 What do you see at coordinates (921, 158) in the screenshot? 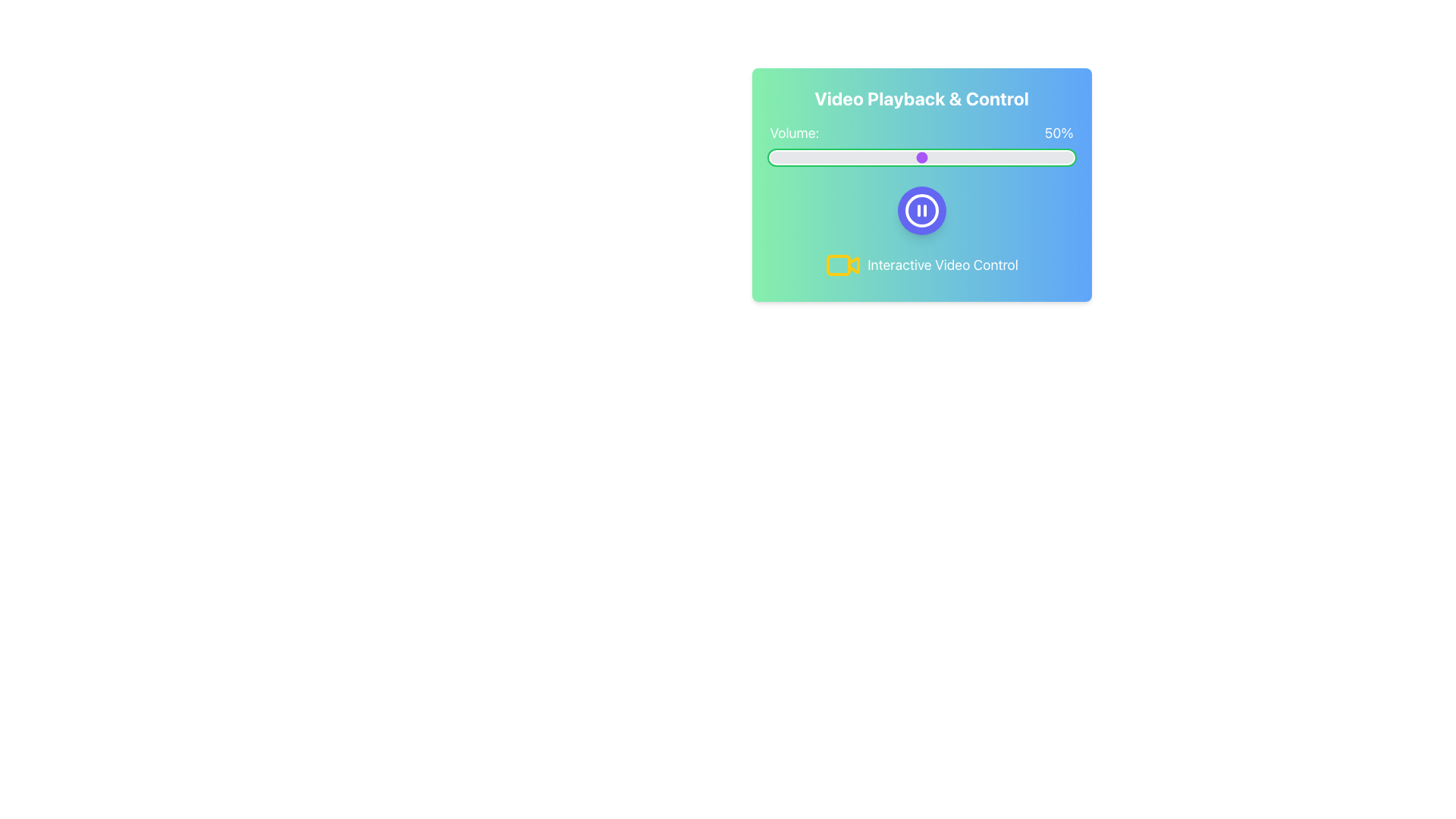
I see `the horizontal slider with a rounded purple accent thumb, located below the 'Volume:' label and aligned with '50%' on the right` at bounding box center [921, 158].